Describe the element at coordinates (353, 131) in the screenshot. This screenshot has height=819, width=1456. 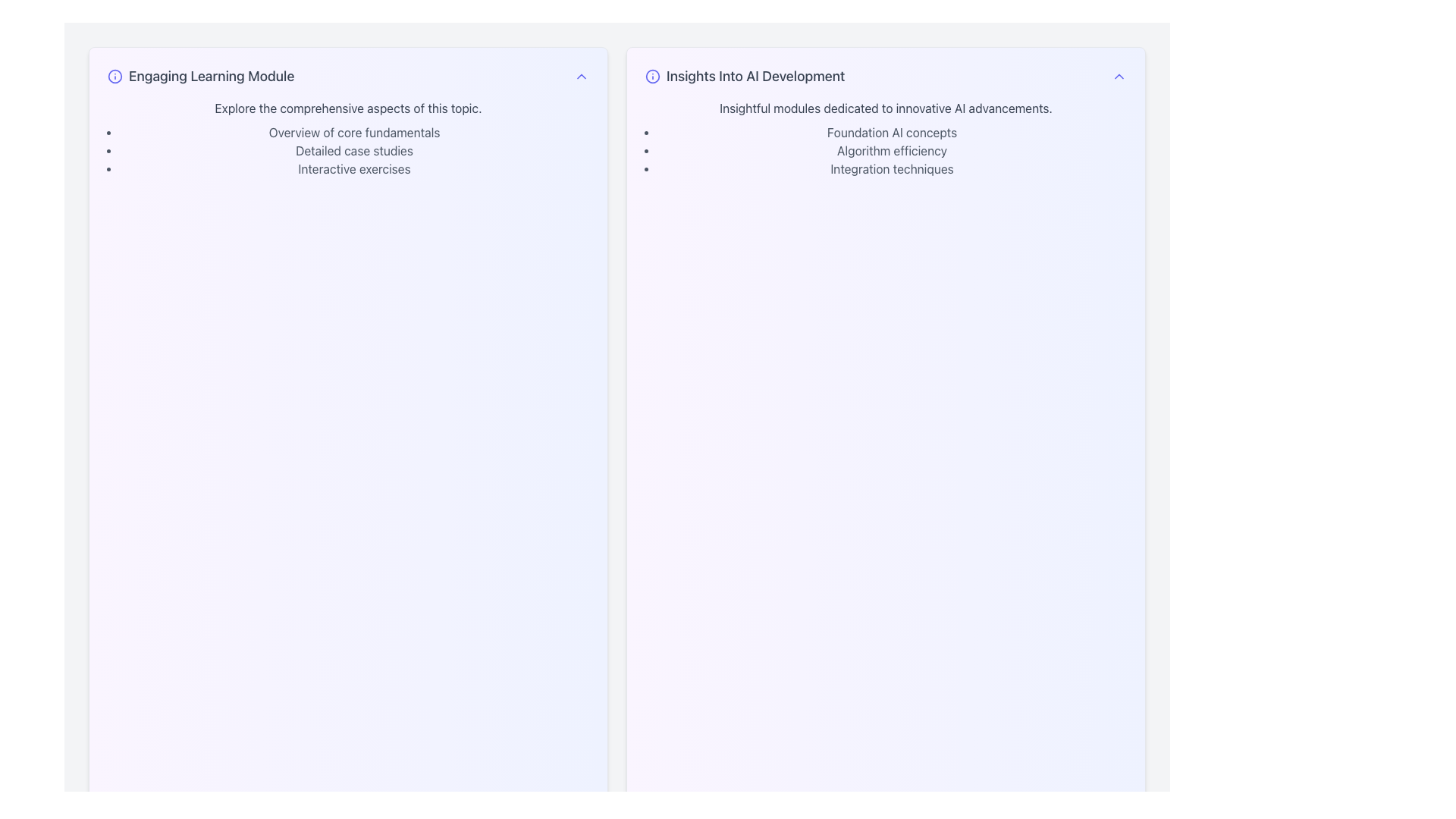
I see `the Text Label that serves as a clickable link or informational text, located just below the section title 'Engaging Learning Module' in the upper part of the left panel` at that location.